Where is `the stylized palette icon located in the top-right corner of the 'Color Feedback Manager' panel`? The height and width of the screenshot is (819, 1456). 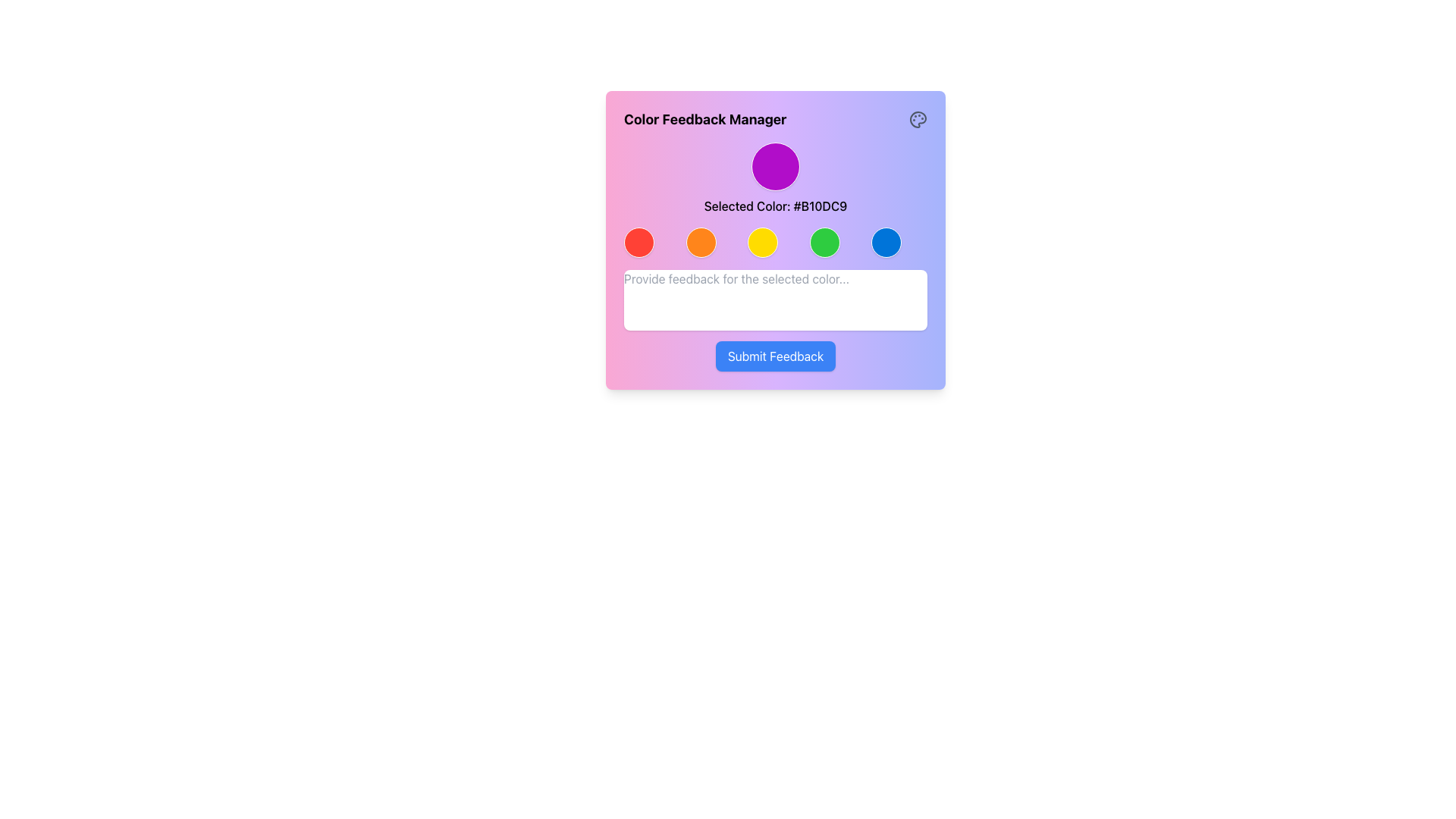 the stylized palette icon located in the top-right corner of the 'Color Feedback Manager' panel is located at coordinates (917, 119).